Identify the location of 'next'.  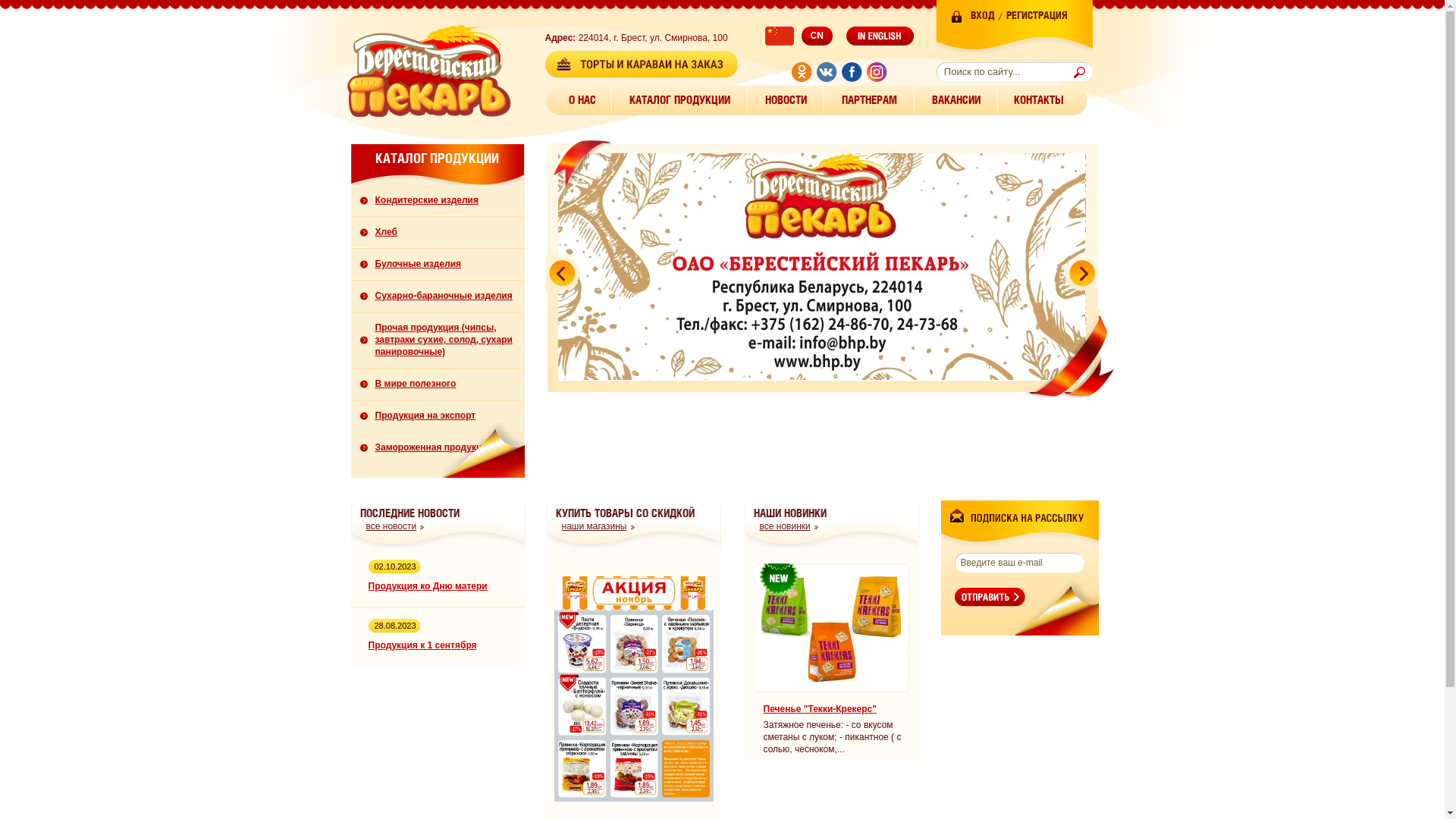
(1079, 271).